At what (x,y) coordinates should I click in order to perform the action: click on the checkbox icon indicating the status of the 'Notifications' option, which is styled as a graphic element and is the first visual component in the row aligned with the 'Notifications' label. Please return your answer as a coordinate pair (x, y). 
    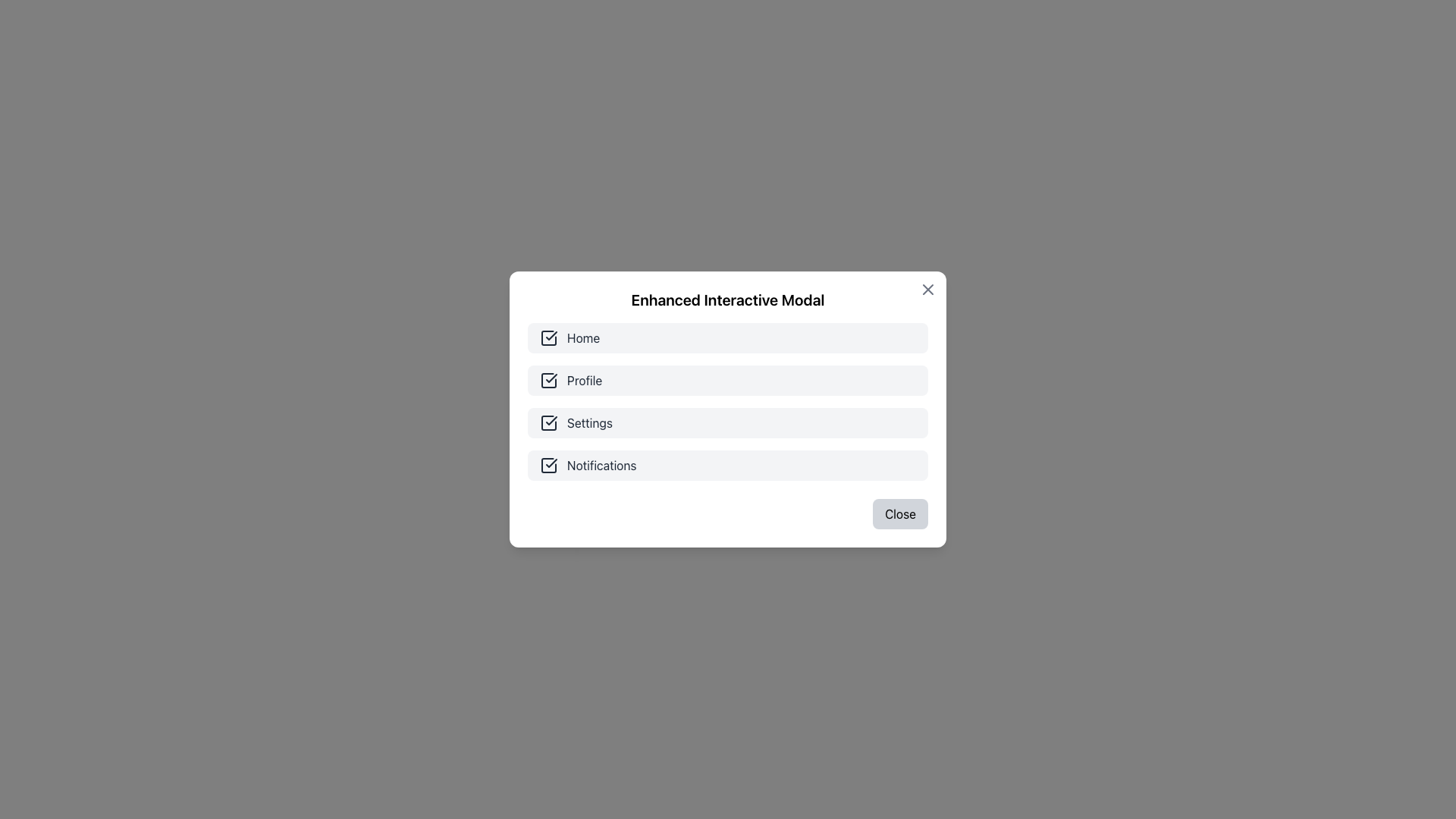
    Looking at the image, I should click on (548, 464).